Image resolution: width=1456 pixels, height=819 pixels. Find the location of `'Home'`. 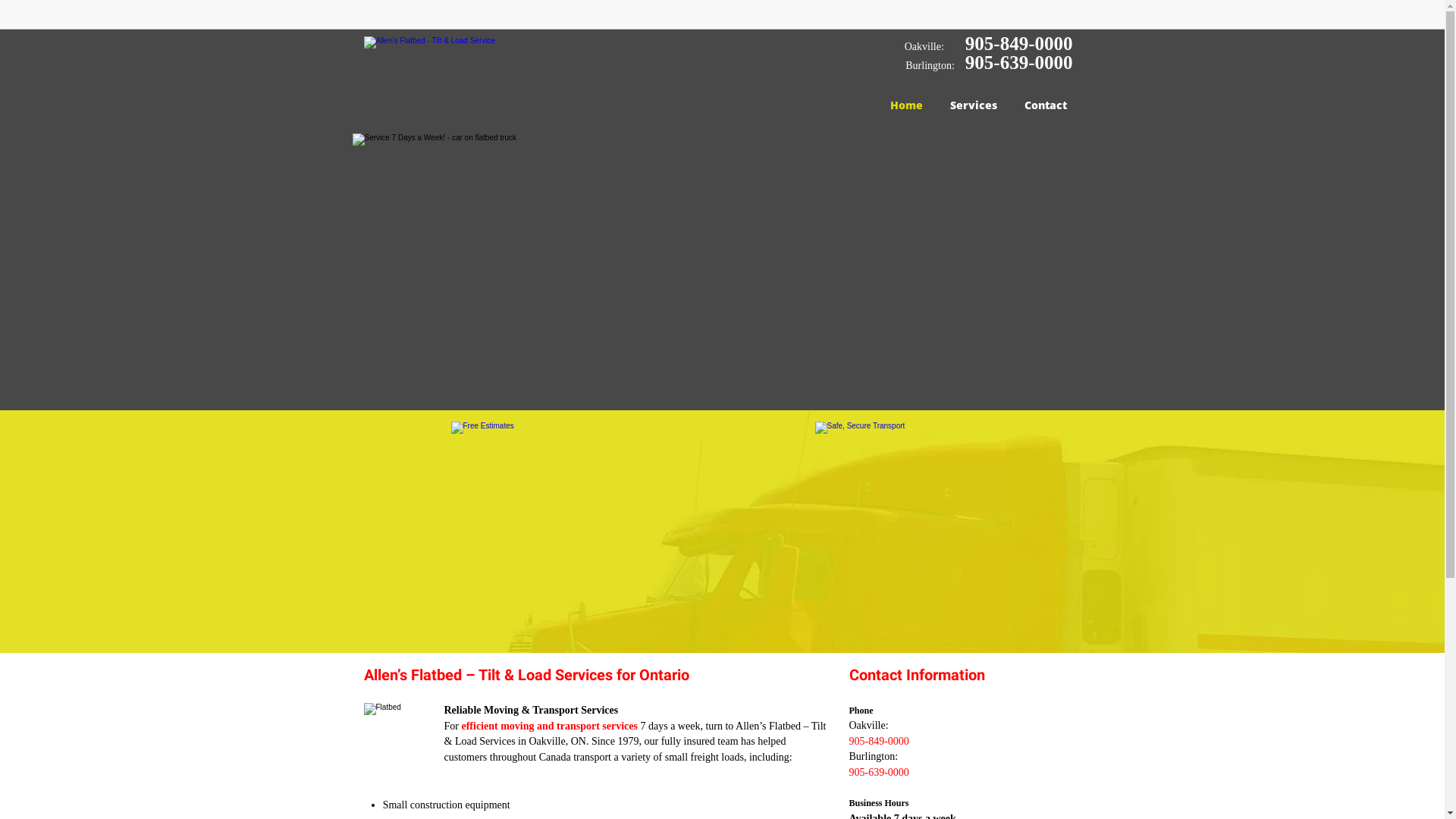

'Home' is located at coordinates (906, 104).